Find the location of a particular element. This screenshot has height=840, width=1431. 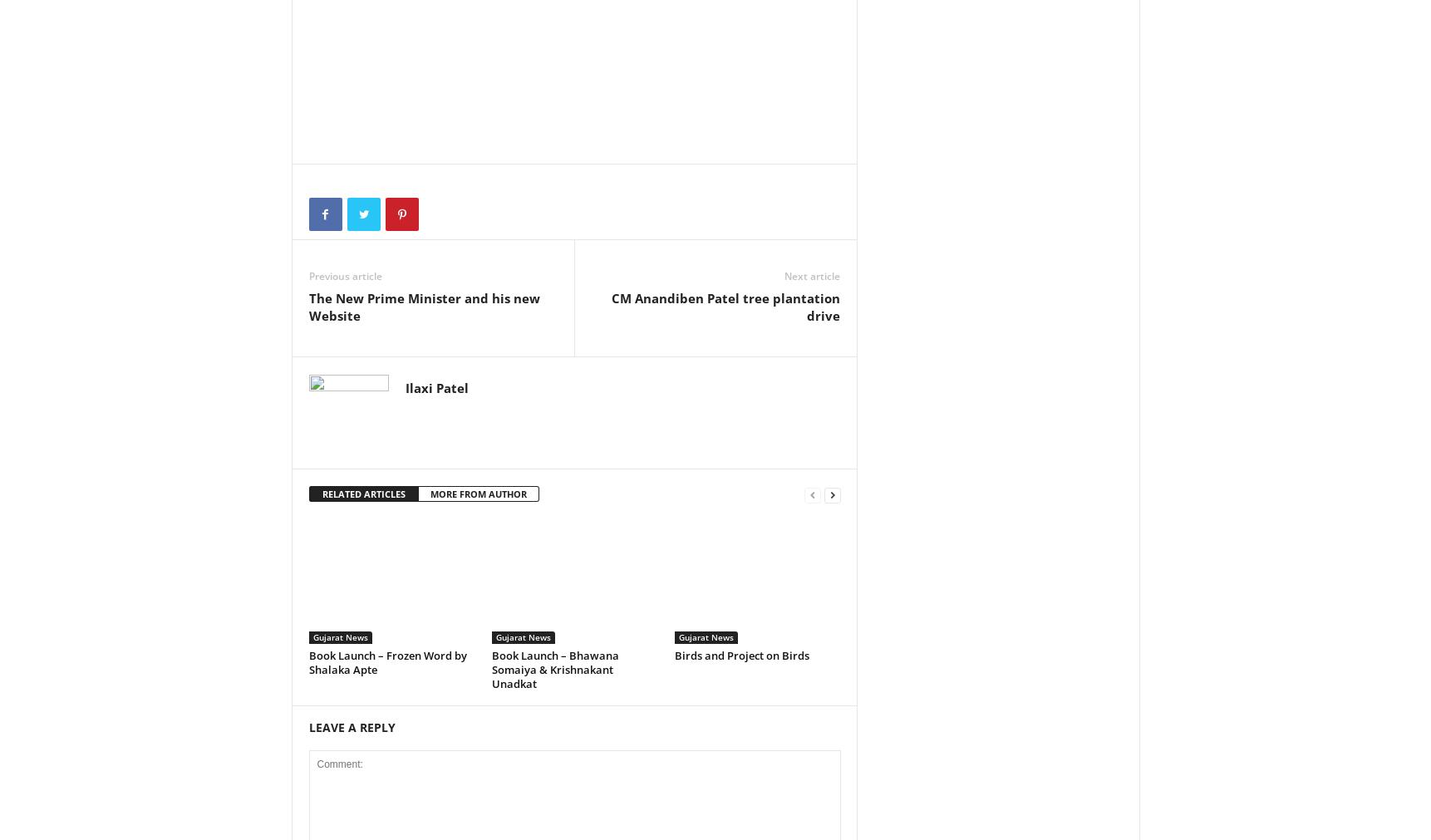

'LEAVE A REPLY' is located at coordinates (307, 726).